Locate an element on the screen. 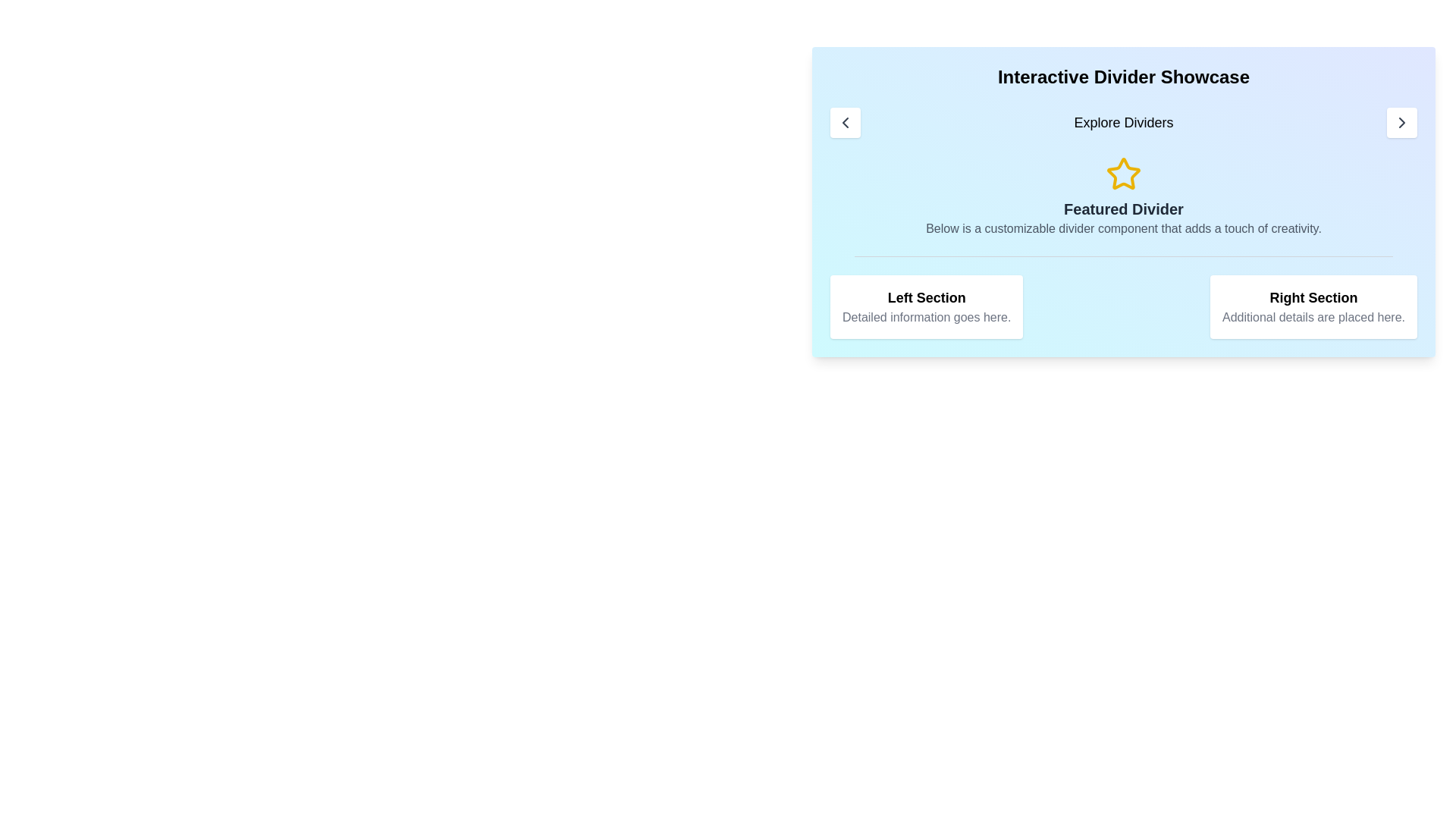 Image resolution: width=1456 pixels, height=819 pixels. the static text label functioning as a header or title within the user interface, which indicates the subject or category of the content is located at coordinates (926, 298).